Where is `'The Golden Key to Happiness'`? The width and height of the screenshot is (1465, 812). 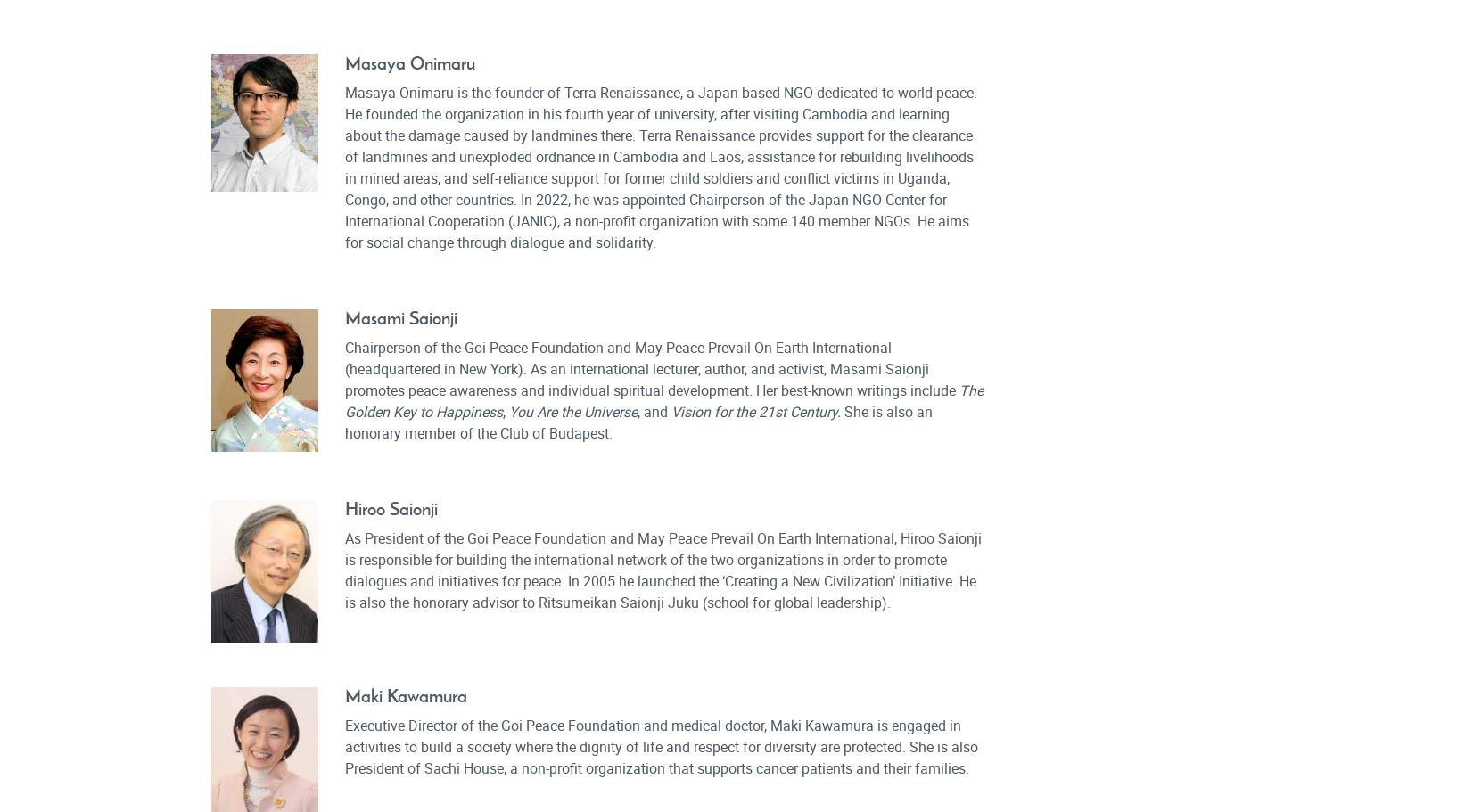
'The Golden Key to Happiness' is located at coordinates (663, 400).